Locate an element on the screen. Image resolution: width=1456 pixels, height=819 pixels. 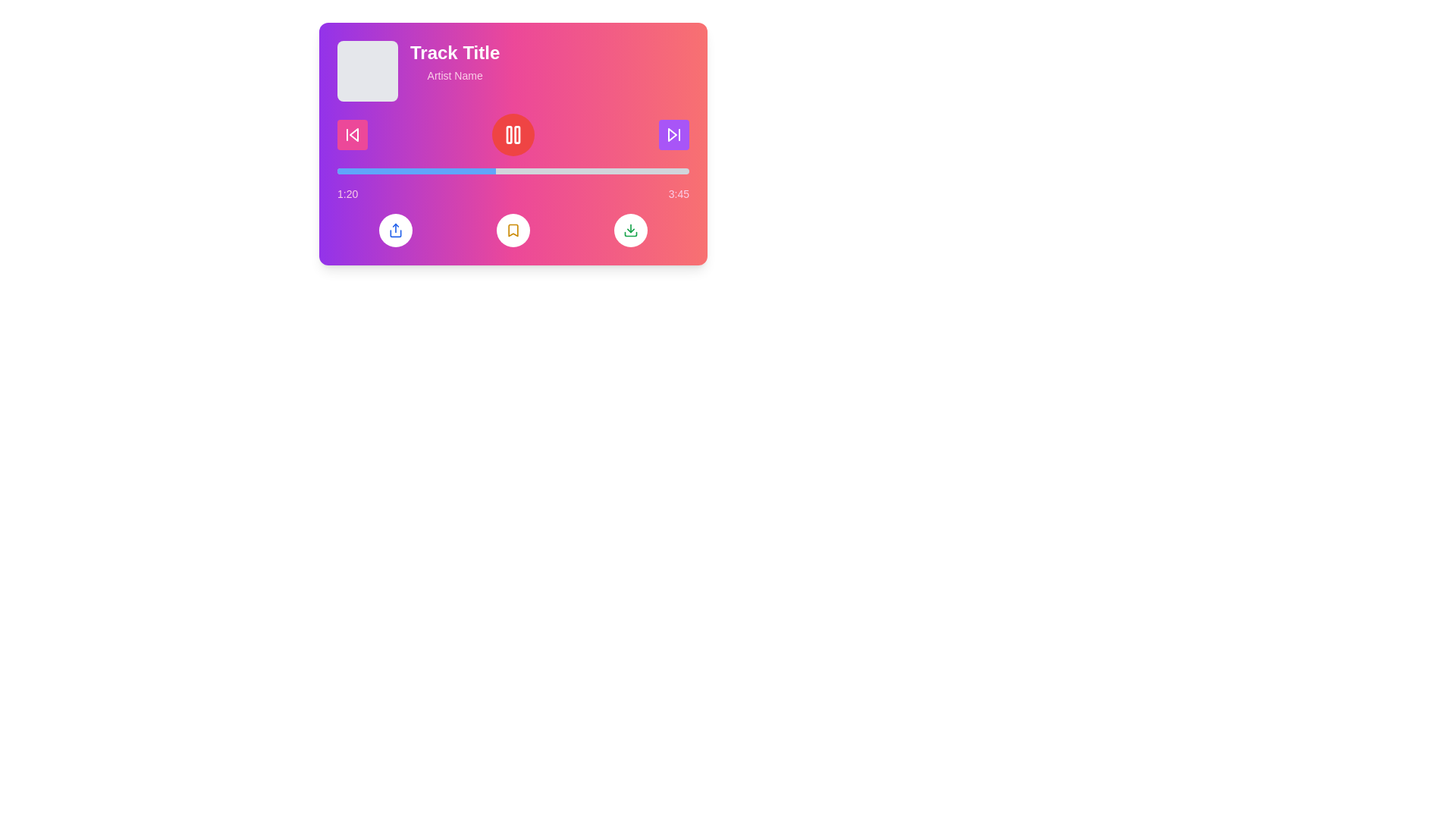
playback progress is located at coordinates (384, 171).